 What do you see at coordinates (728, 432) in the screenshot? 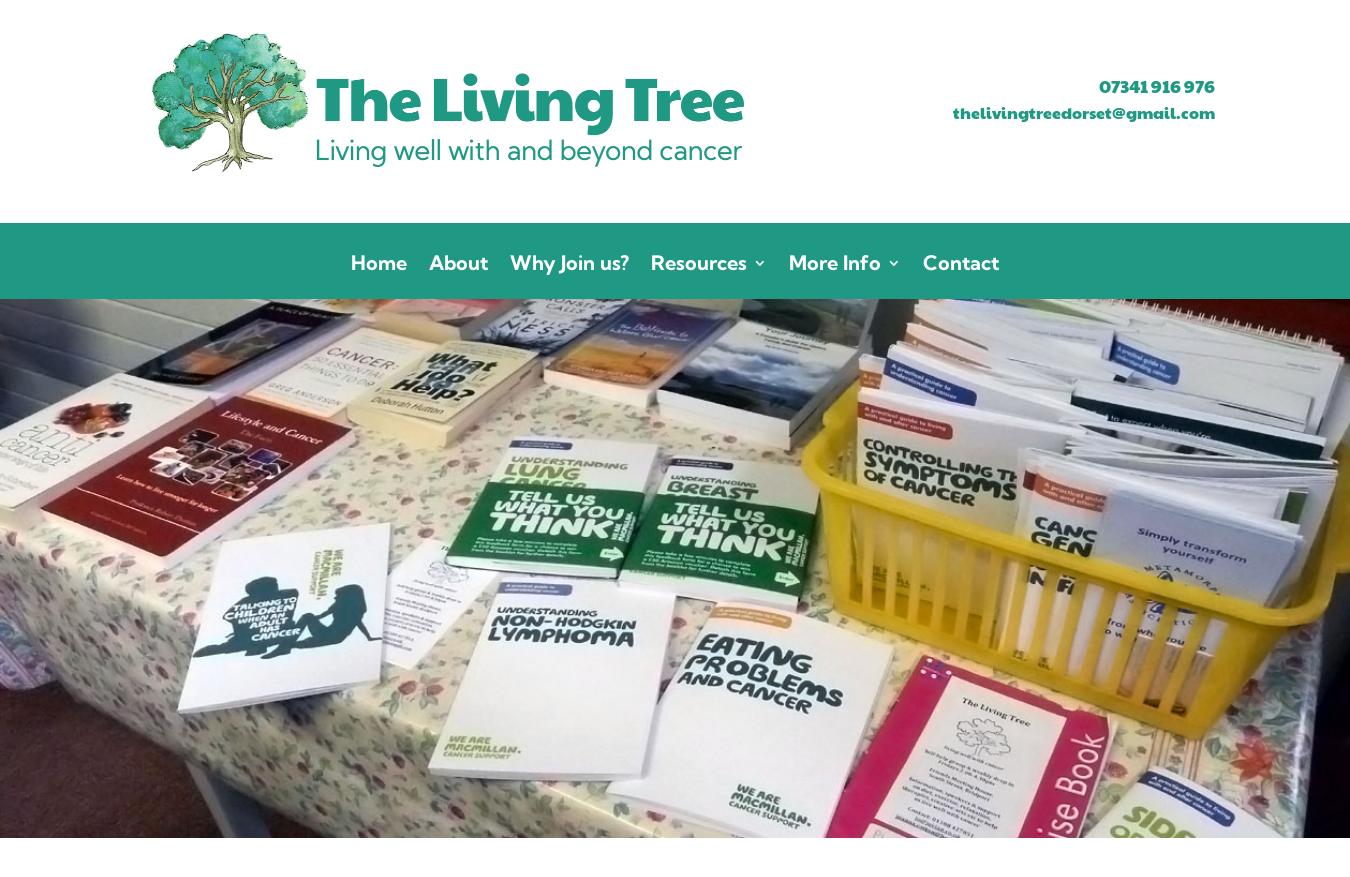
I see `'Find Other Support'` at bounding box center [728, 432].